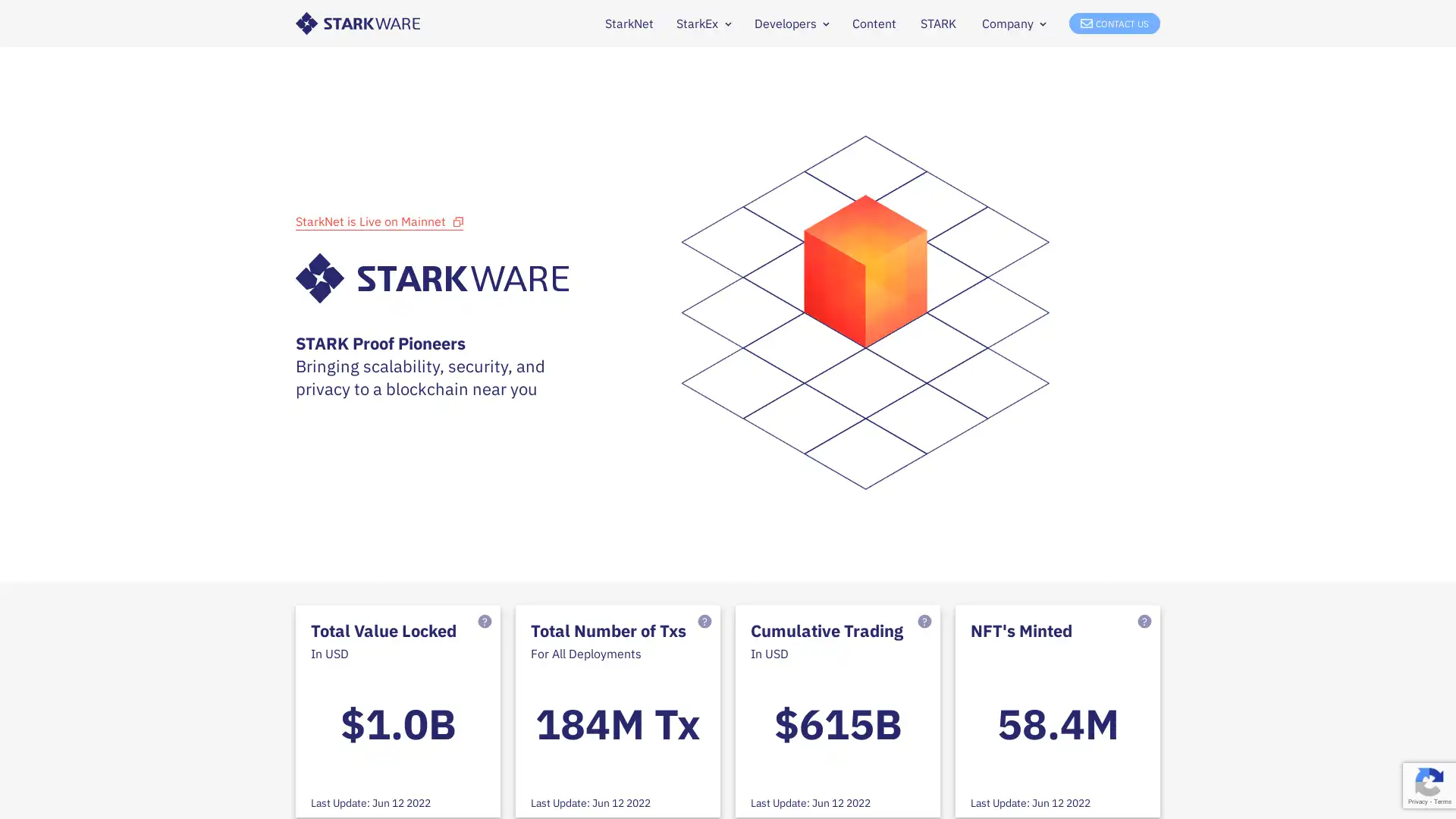 This screenshot has height=819, width=1456. I want to click on Toggle tooltip, so click(924, 623).